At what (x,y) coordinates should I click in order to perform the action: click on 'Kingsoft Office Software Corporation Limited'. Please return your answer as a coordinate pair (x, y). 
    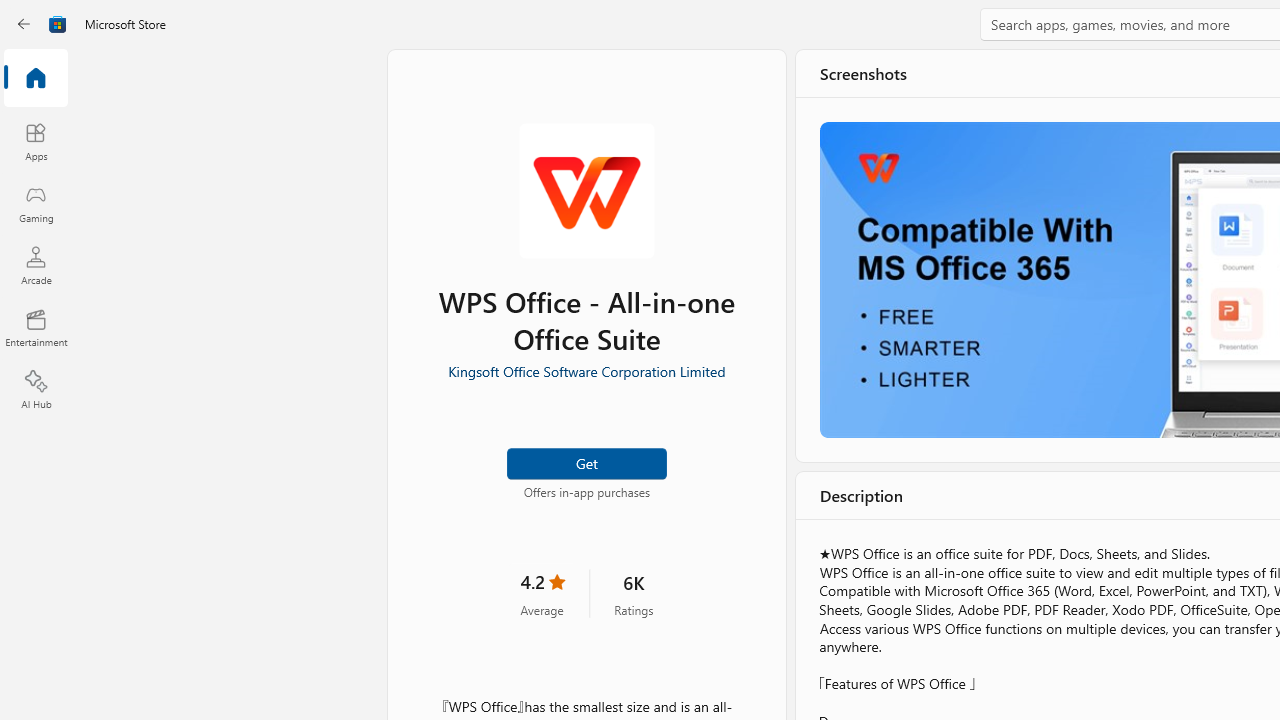
    Looking at the image, I should click on (585, 369).